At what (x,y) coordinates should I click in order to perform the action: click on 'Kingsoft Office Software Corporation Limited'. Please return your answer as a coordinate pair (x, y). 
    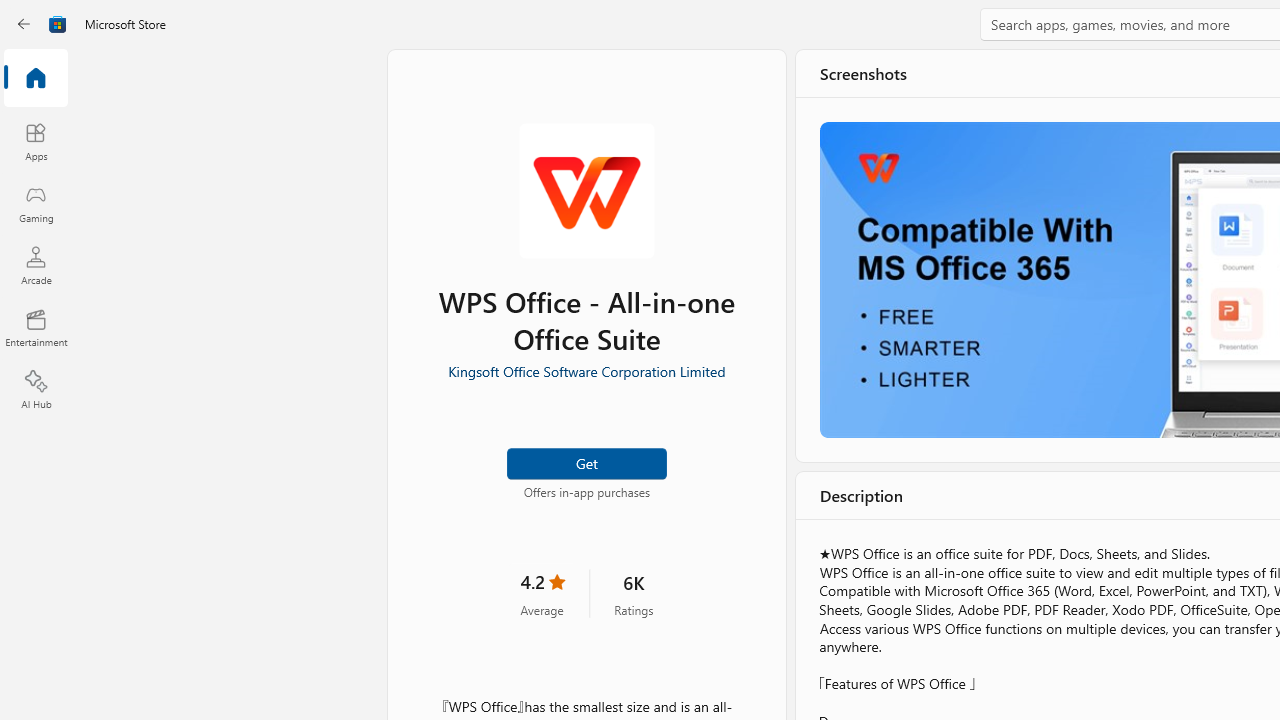
    Looking at the image, I should click on (585, 369).